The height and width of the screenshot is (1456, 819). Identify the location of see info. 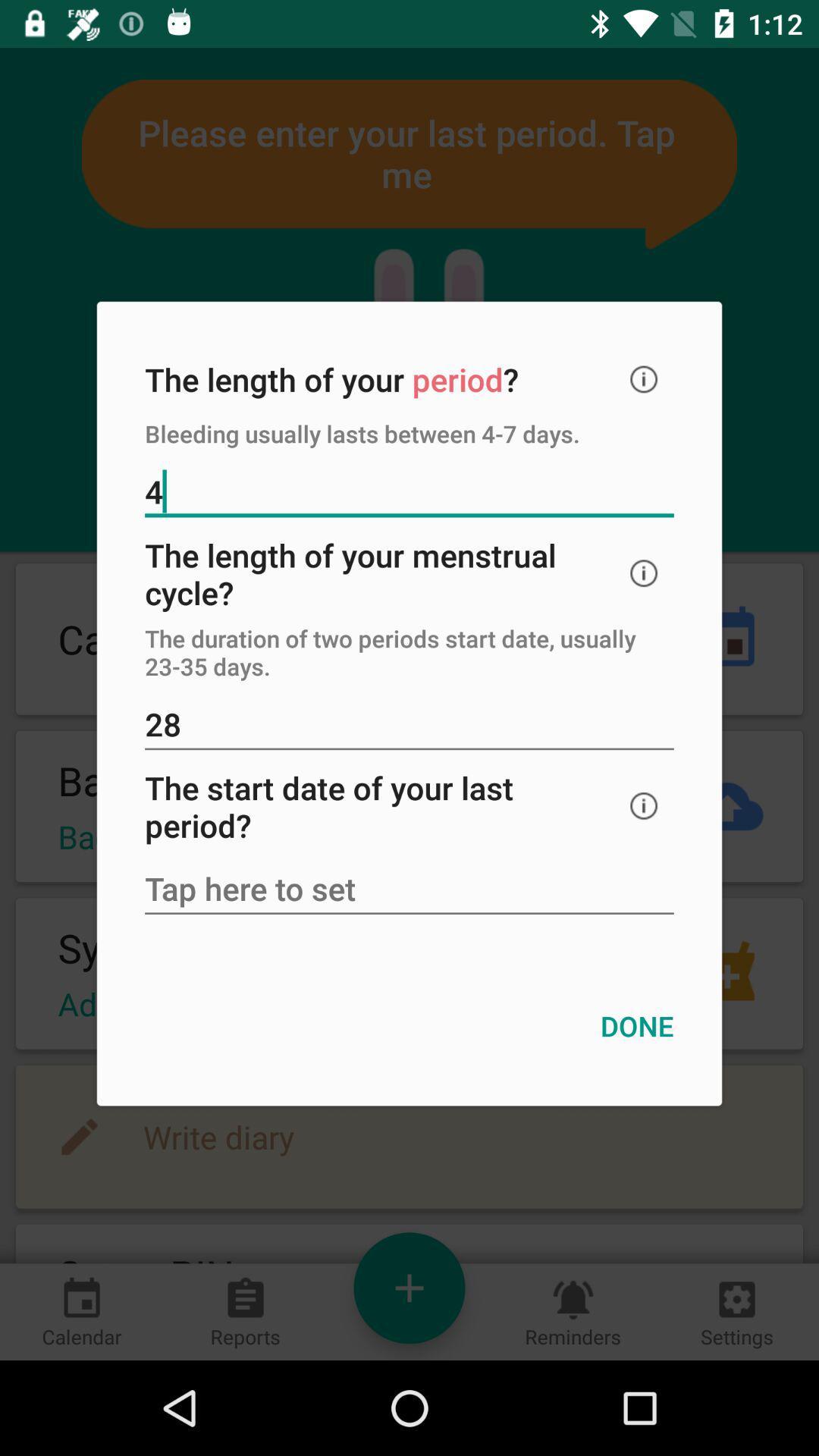
(644, 379).